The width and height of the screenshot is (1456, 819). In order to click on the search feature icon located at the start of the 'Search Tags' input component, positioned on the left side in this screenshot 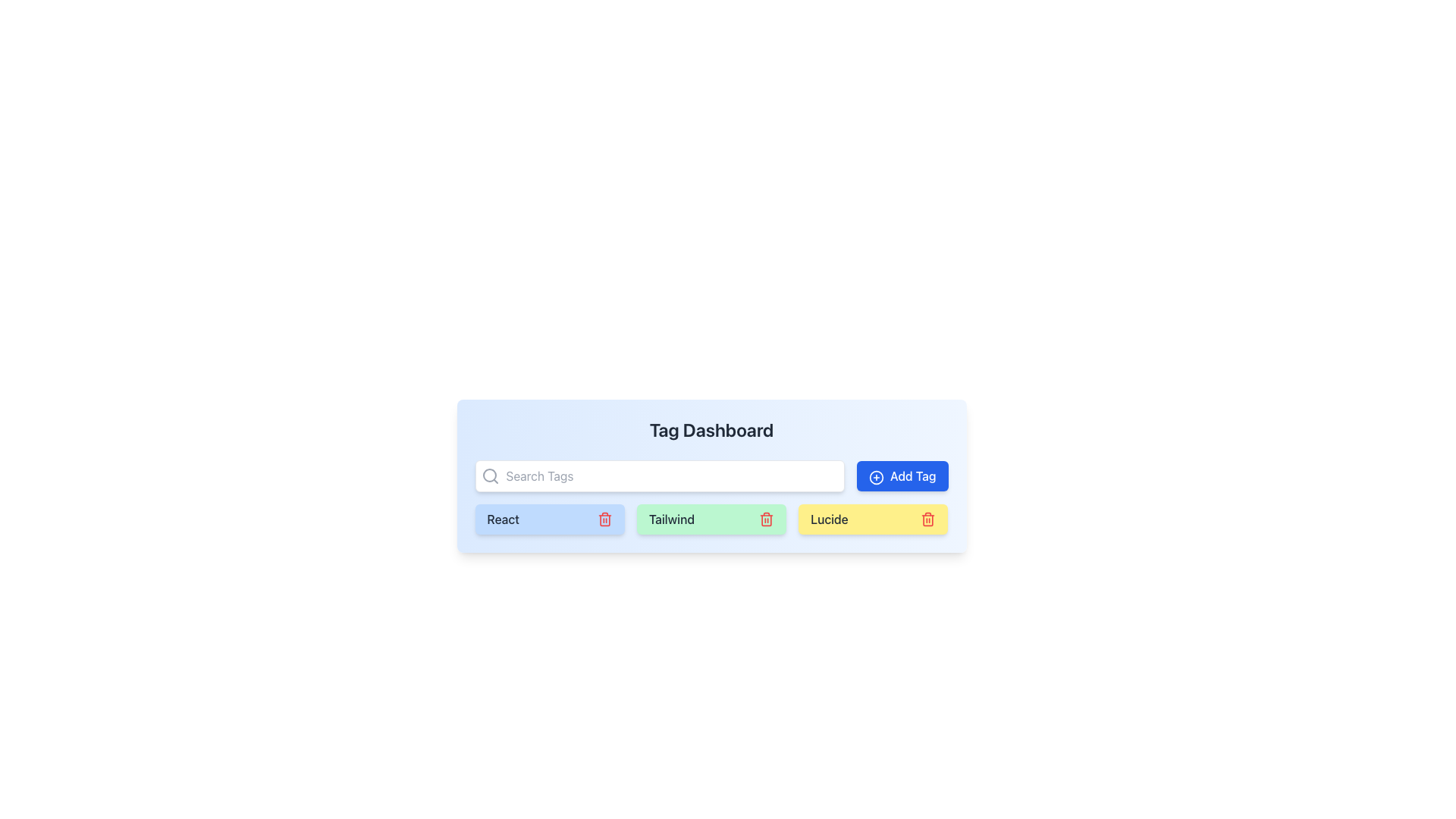, I will do `click(490, 475)`.